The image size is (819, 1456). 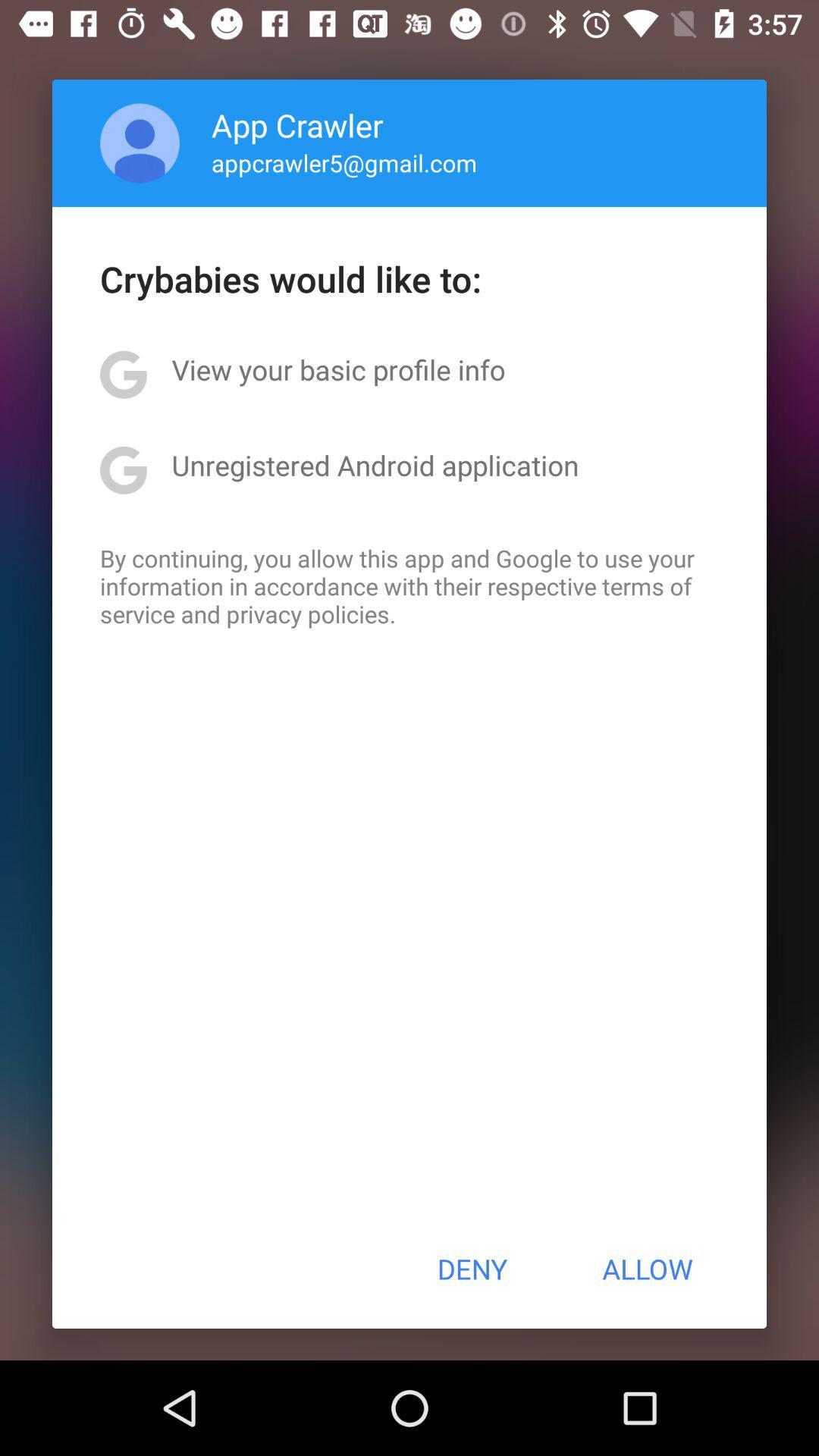 What do you see at coordinates (375, 464) in the screenshot?
I see `the icon above by continuing you icon` at bounding box center [375, 464].